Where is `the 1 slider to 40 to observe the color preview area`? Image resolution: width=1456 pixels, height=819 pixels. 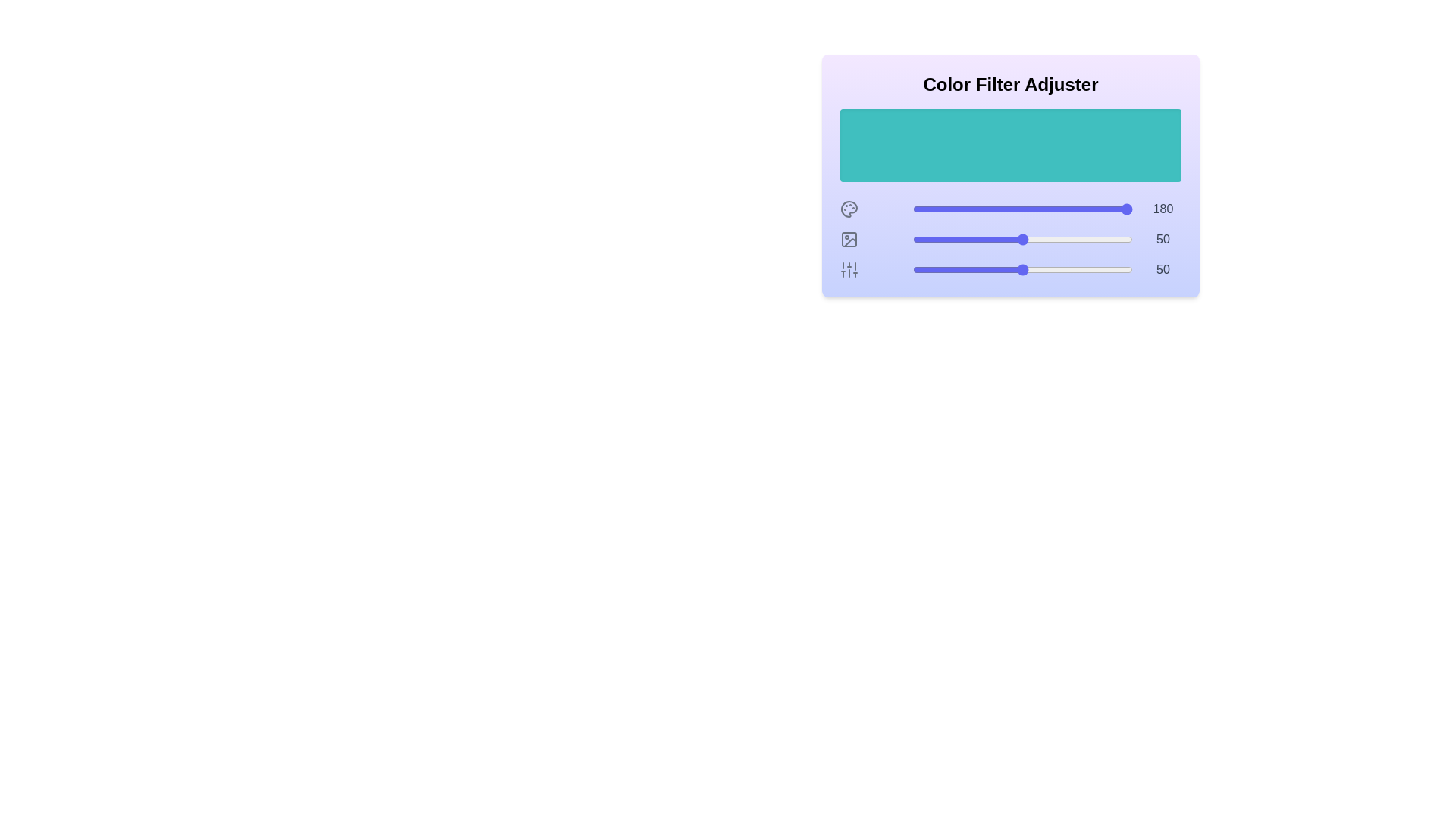 the 1 slider to 40 to observe the color preview area is located at coordinates (1001, 239).